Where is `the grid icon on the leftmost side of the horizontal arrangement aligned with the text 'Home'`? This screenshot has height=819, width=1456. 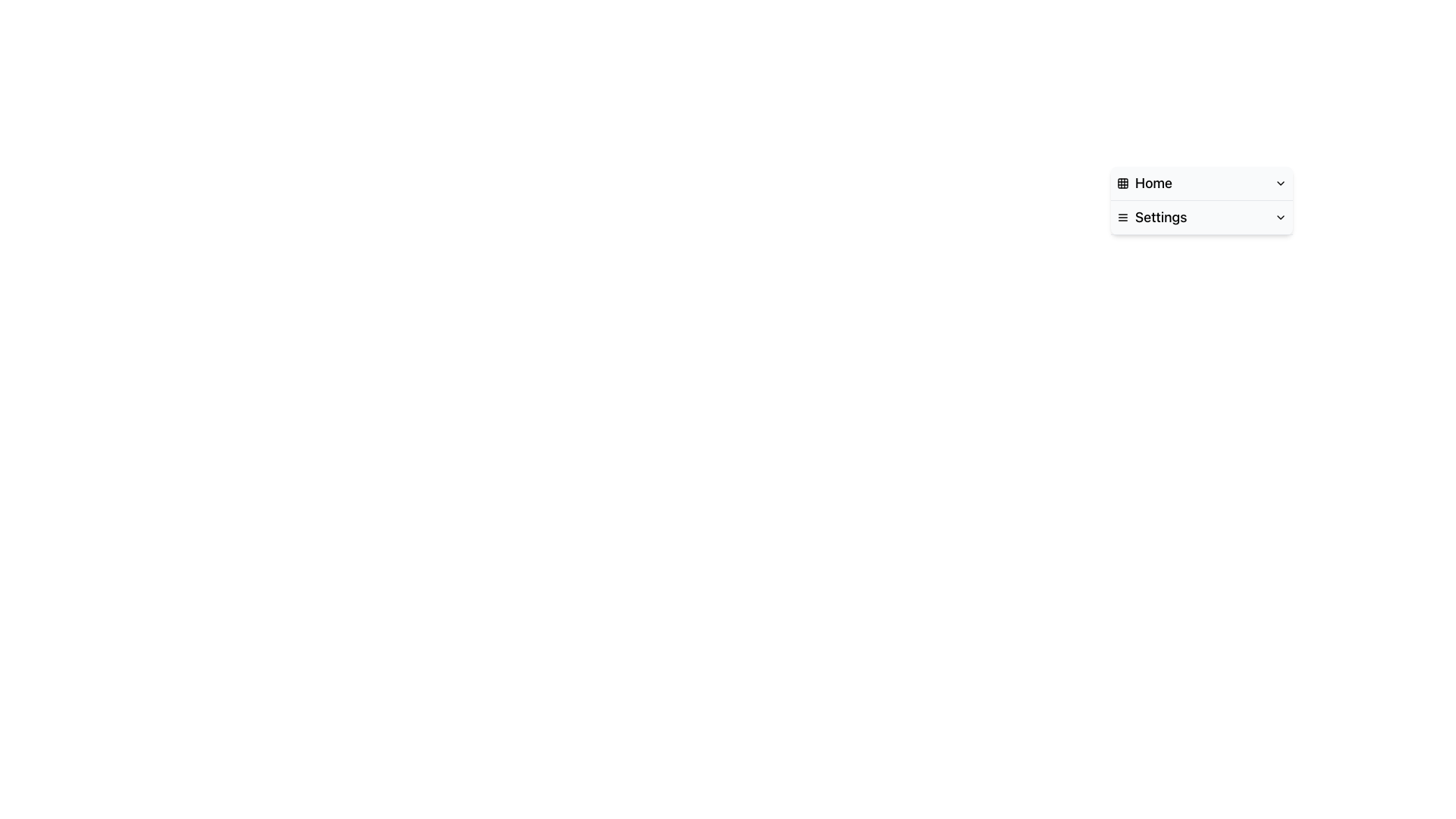 the grid icon on the leftmost side of the horizontal arrangement aligned with the text 'Home' is located at coordinates (1123, 183).